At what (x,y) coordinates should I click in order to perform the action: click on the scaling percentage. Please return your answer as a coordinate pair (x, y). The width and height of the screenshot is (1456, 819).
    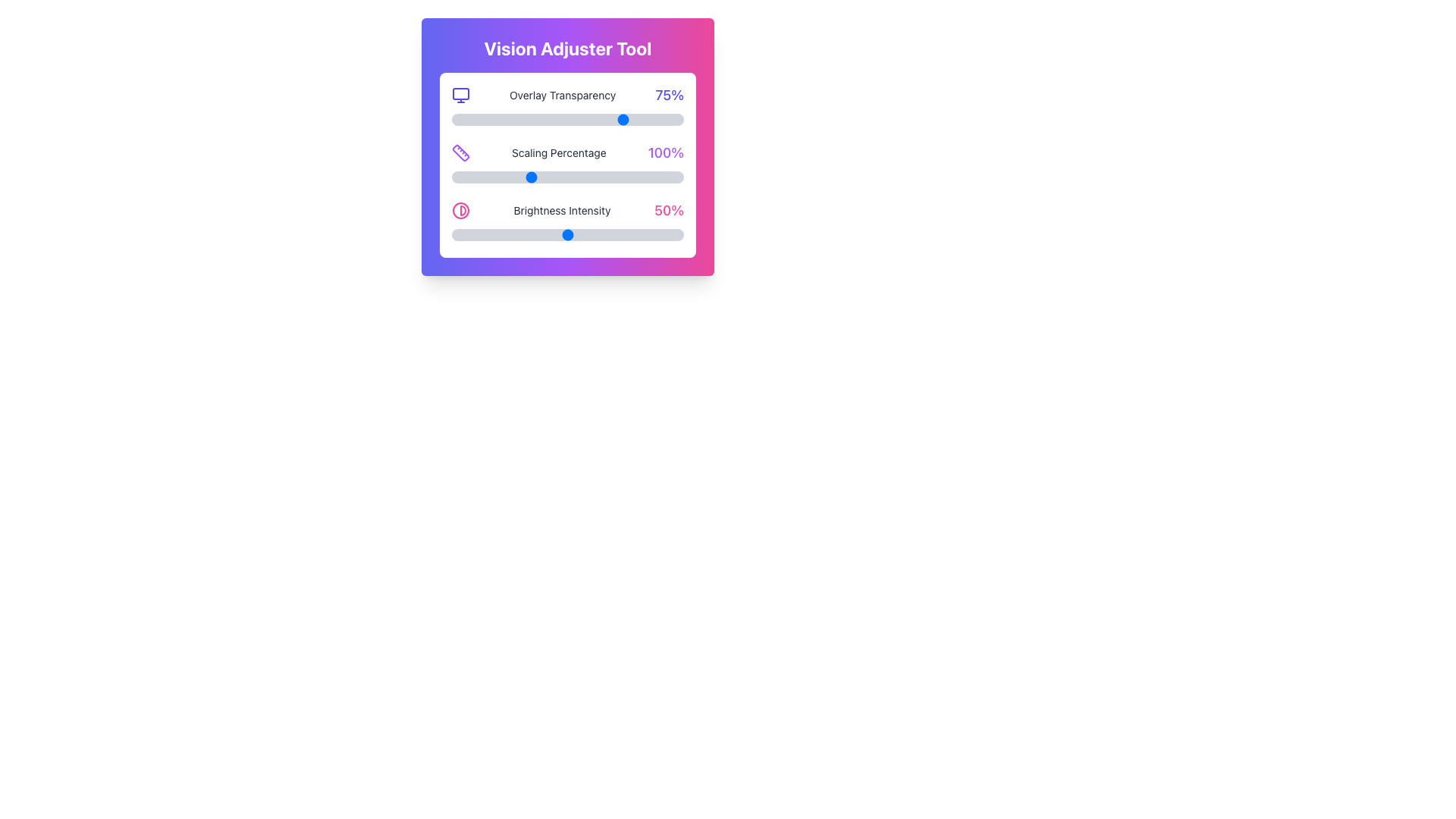
    Looking at the image, I should click on (551, 177).